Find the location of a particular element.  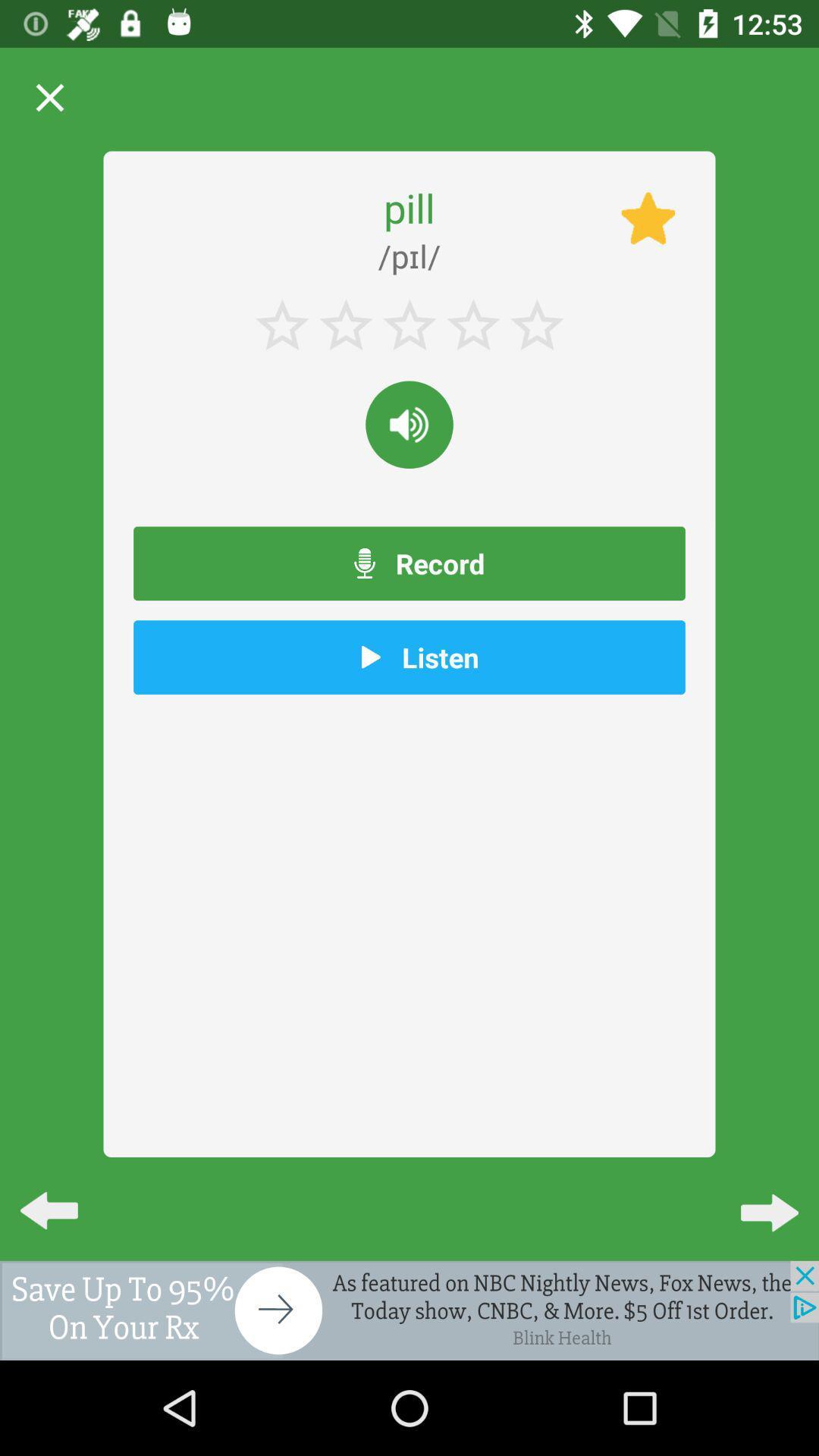

the arrow_backward icon is located at coordinates (61, 1197).